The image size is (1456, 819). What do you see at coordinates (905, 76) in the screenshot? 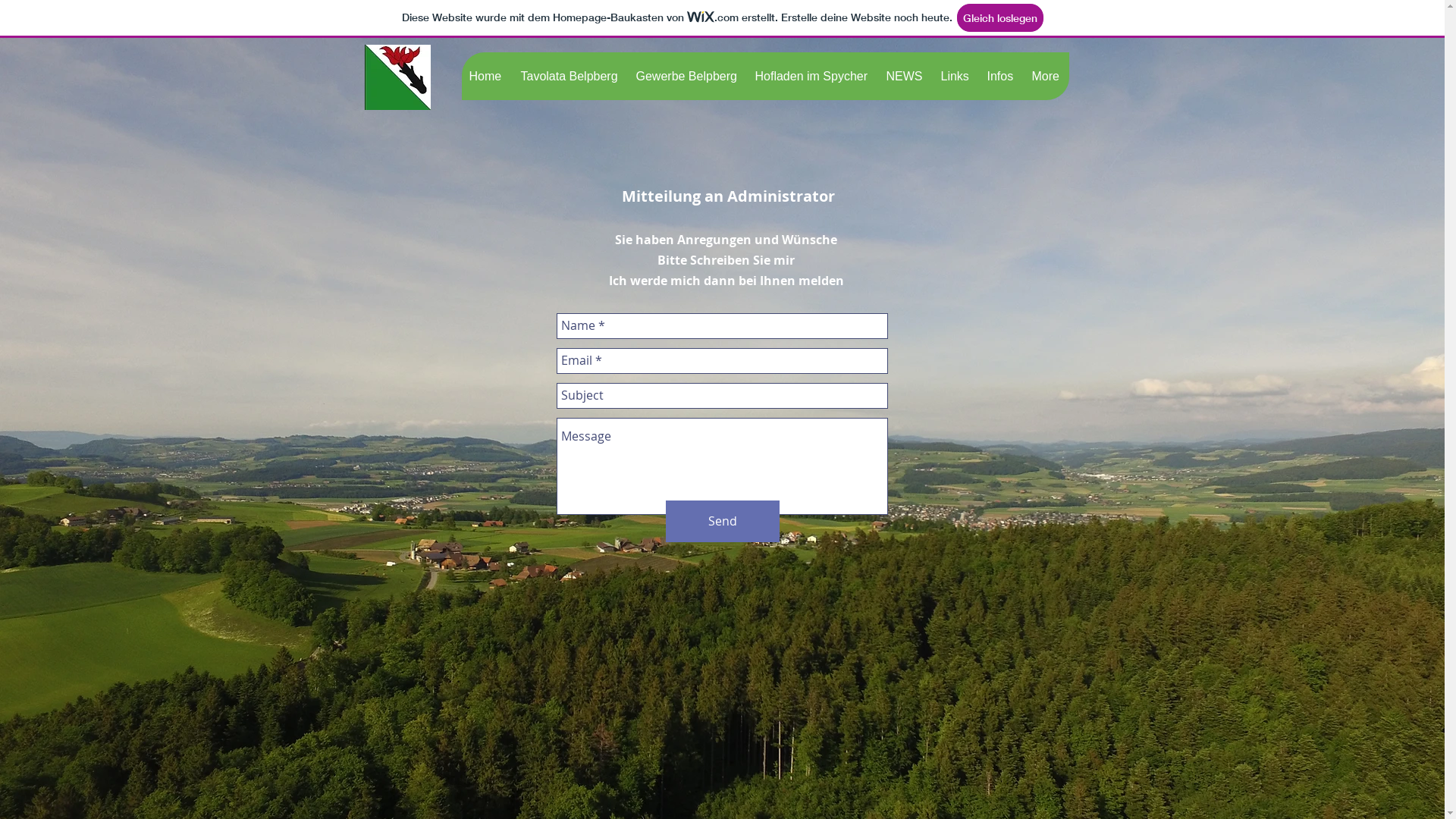
I see `'NEWS'` at bounding box center [905, 76].